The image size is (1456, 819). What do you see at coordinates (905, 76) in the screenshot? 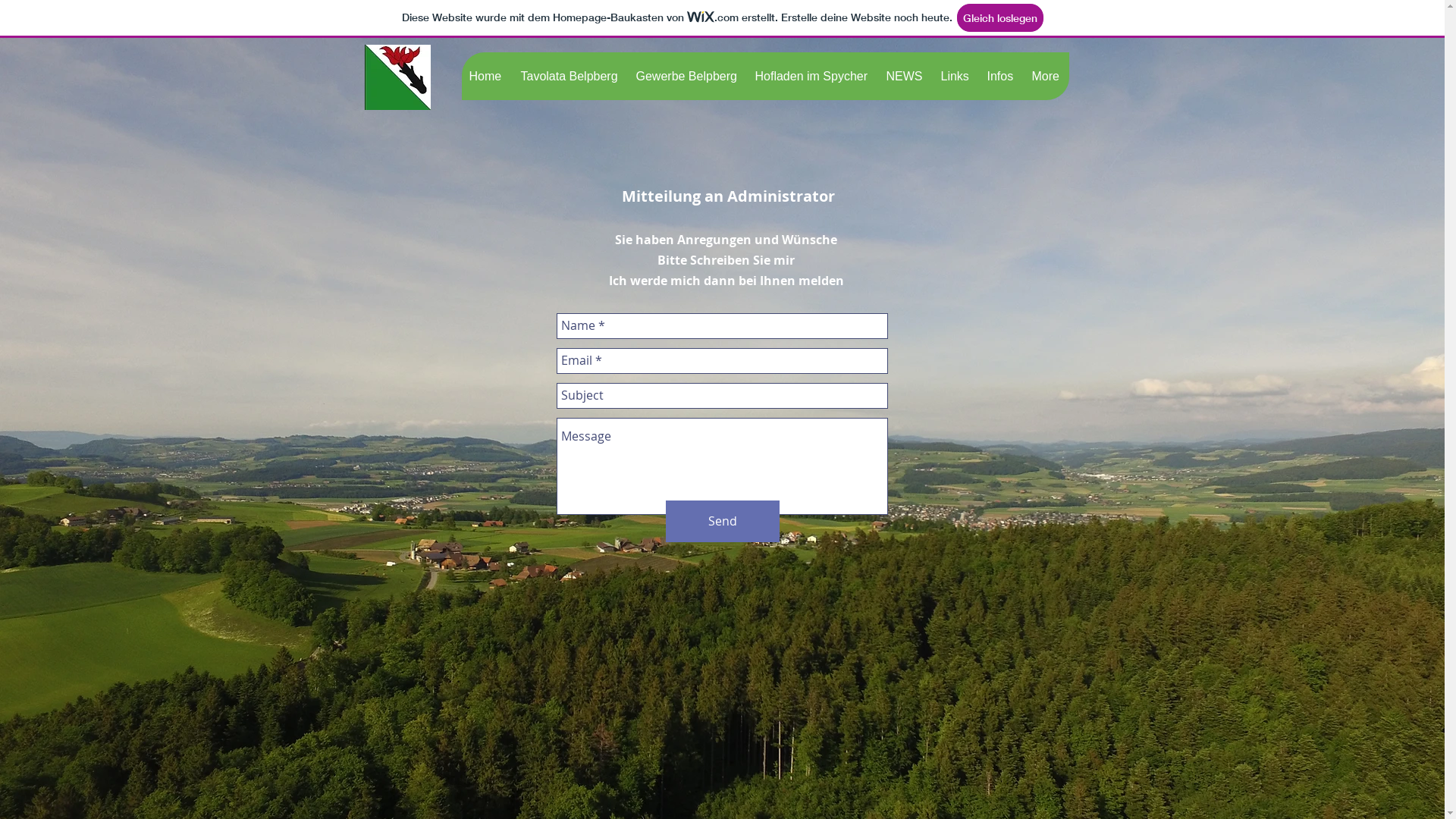
I see `'NEWS'` at bounding box center [905, 76].